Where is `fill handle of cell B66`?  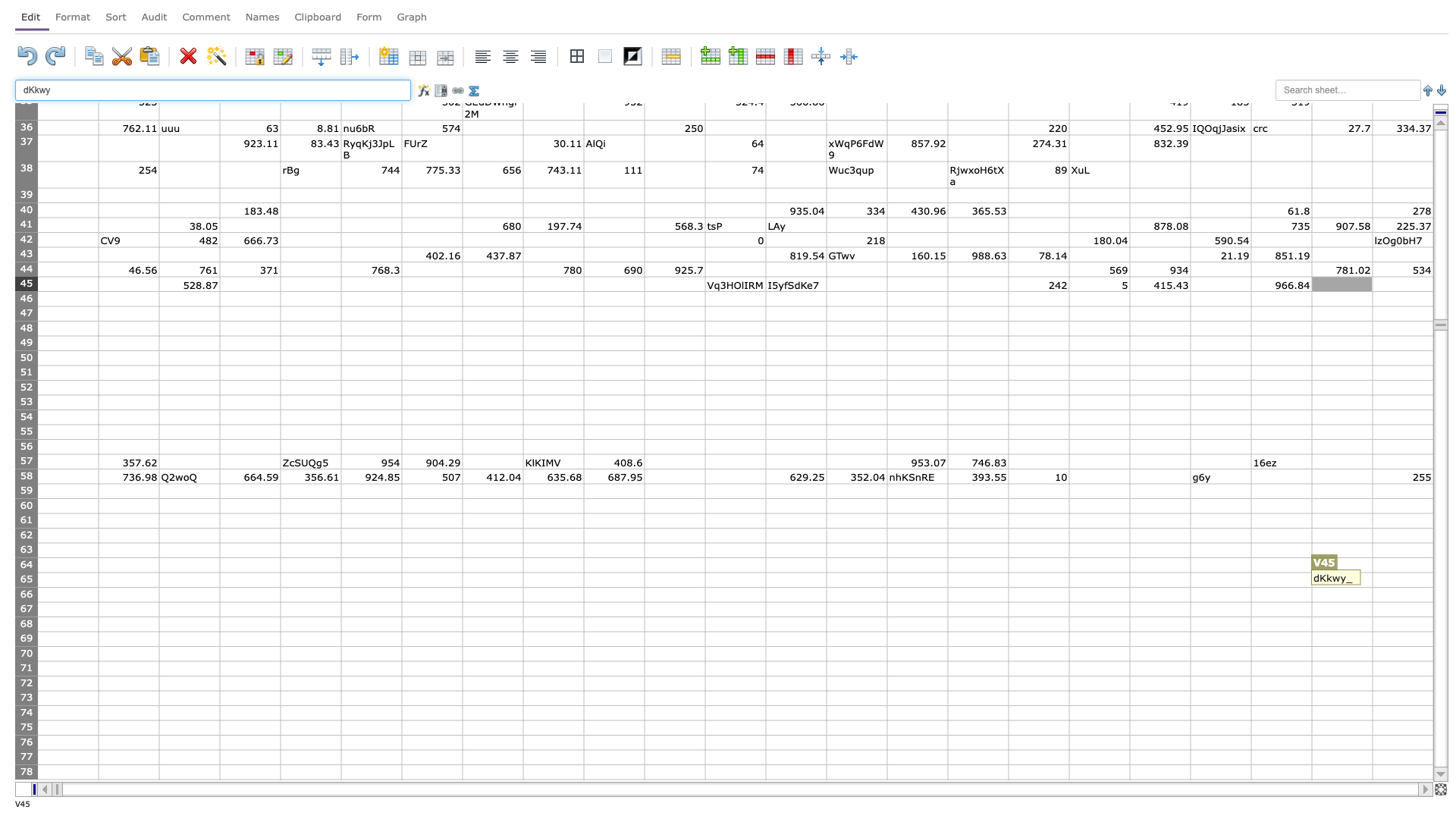
fill handle of cell B66 is located at coordinates (159, 601).